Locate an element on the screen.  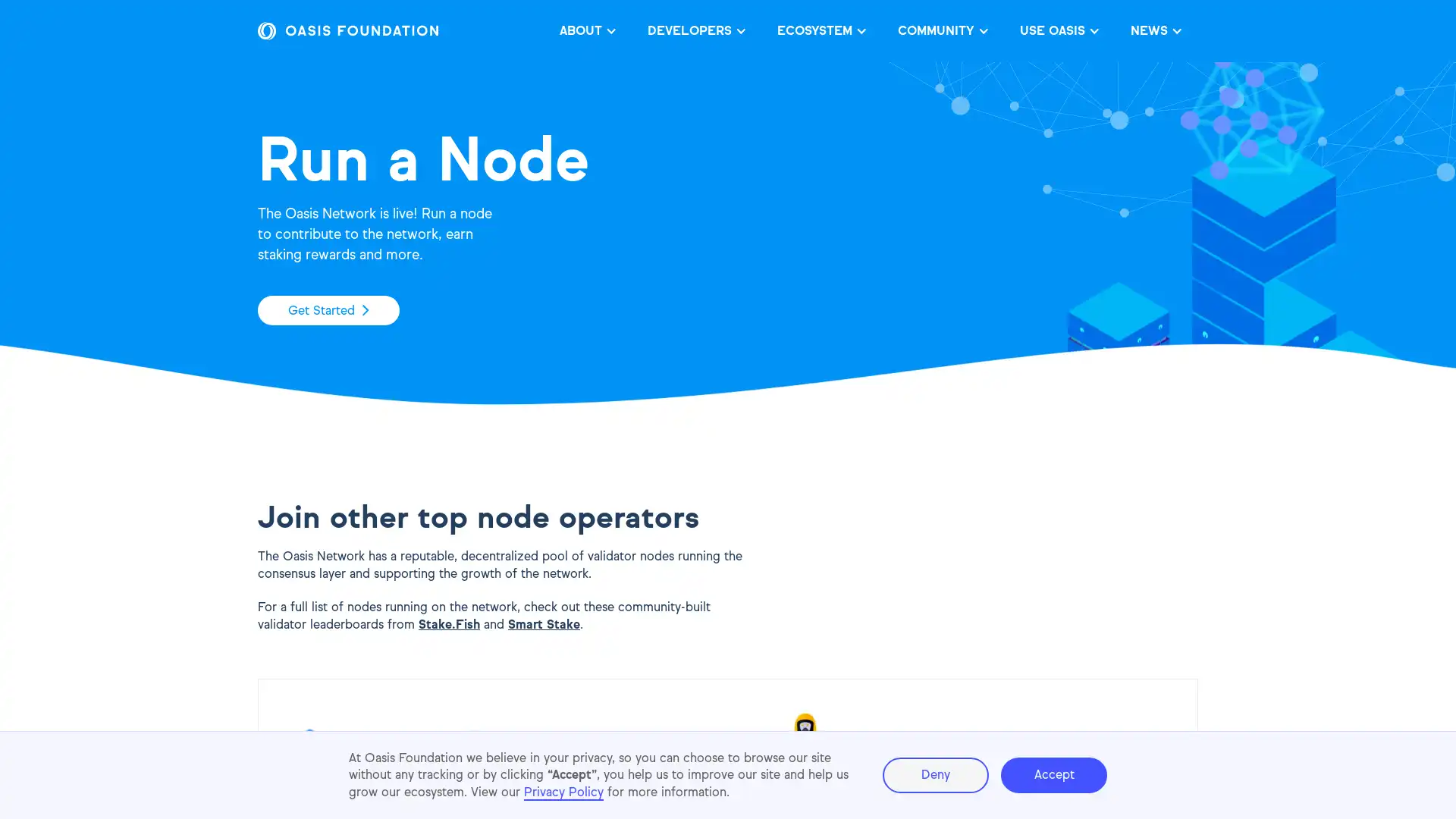
Deny is located at coordinates (934, 775).